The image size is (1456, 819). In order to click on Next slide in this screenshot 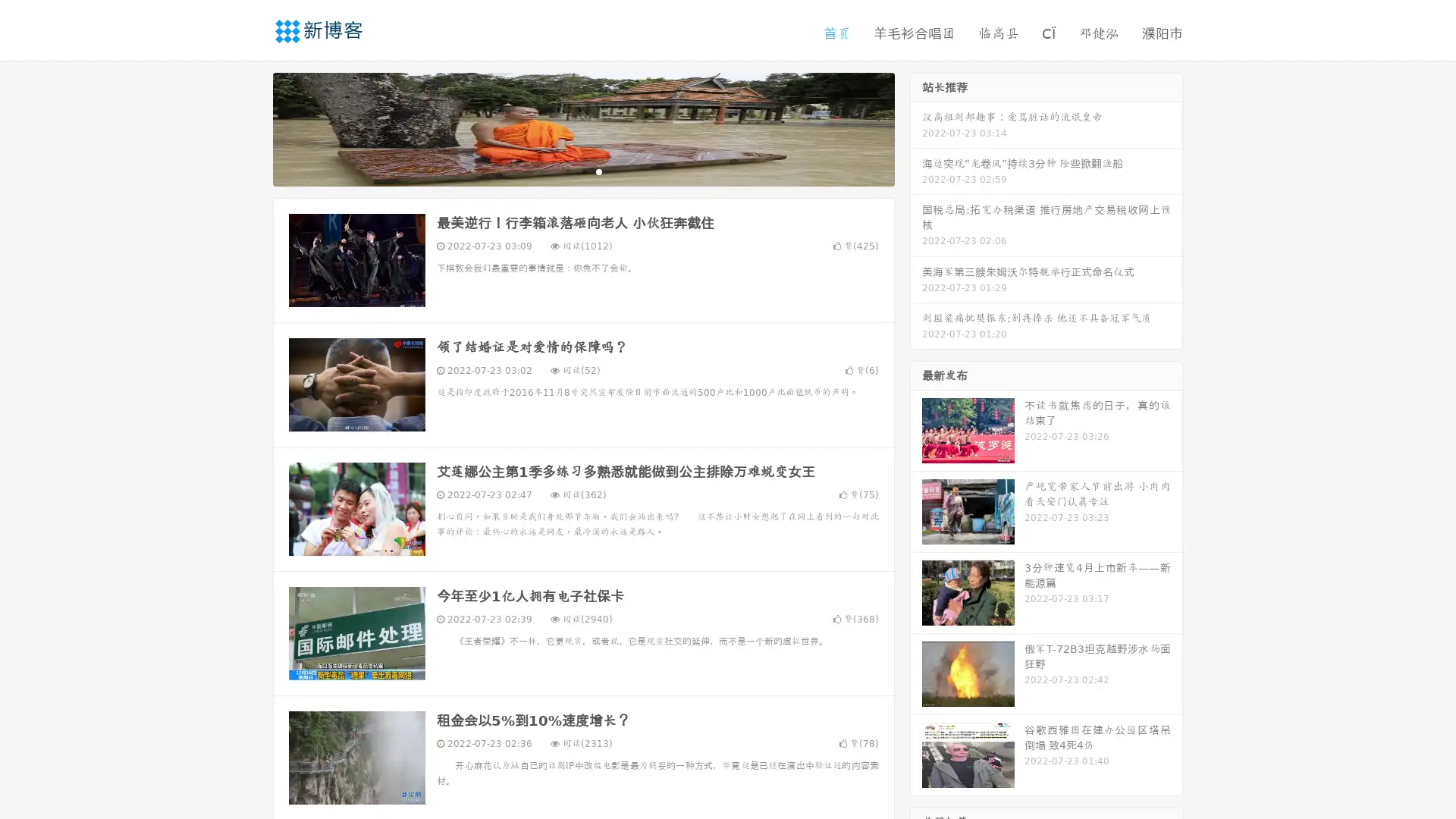, I will do `click(916, 127)`.